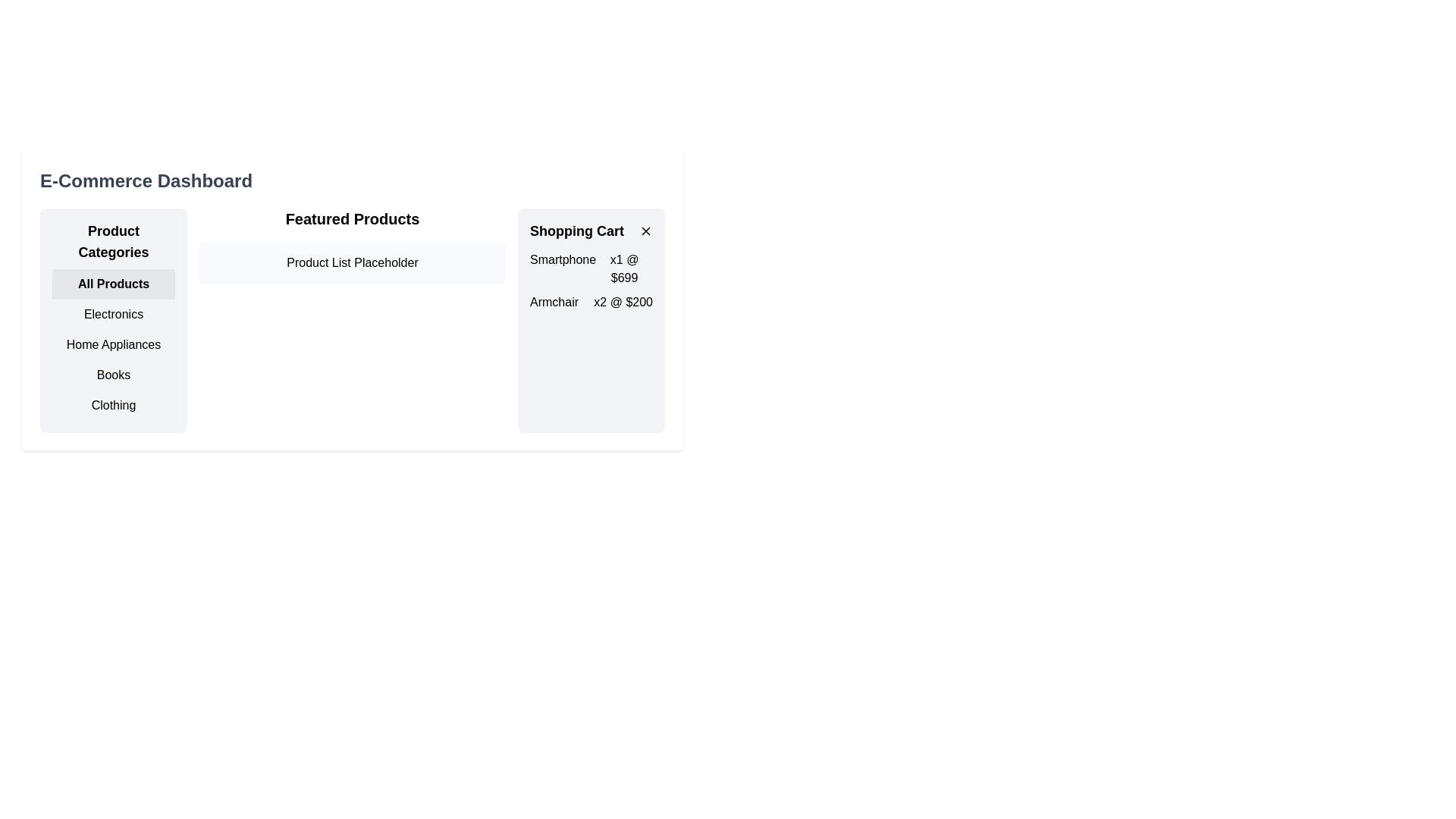 The image size is (1456, 819). What do you see at coordinates (624, 268) in the screenshot?
I see `the Text Display showing 'x1 @ $699' in the shopping cart section, aligned to the right of 'Smartphone'` at bounding box center [624, 268].